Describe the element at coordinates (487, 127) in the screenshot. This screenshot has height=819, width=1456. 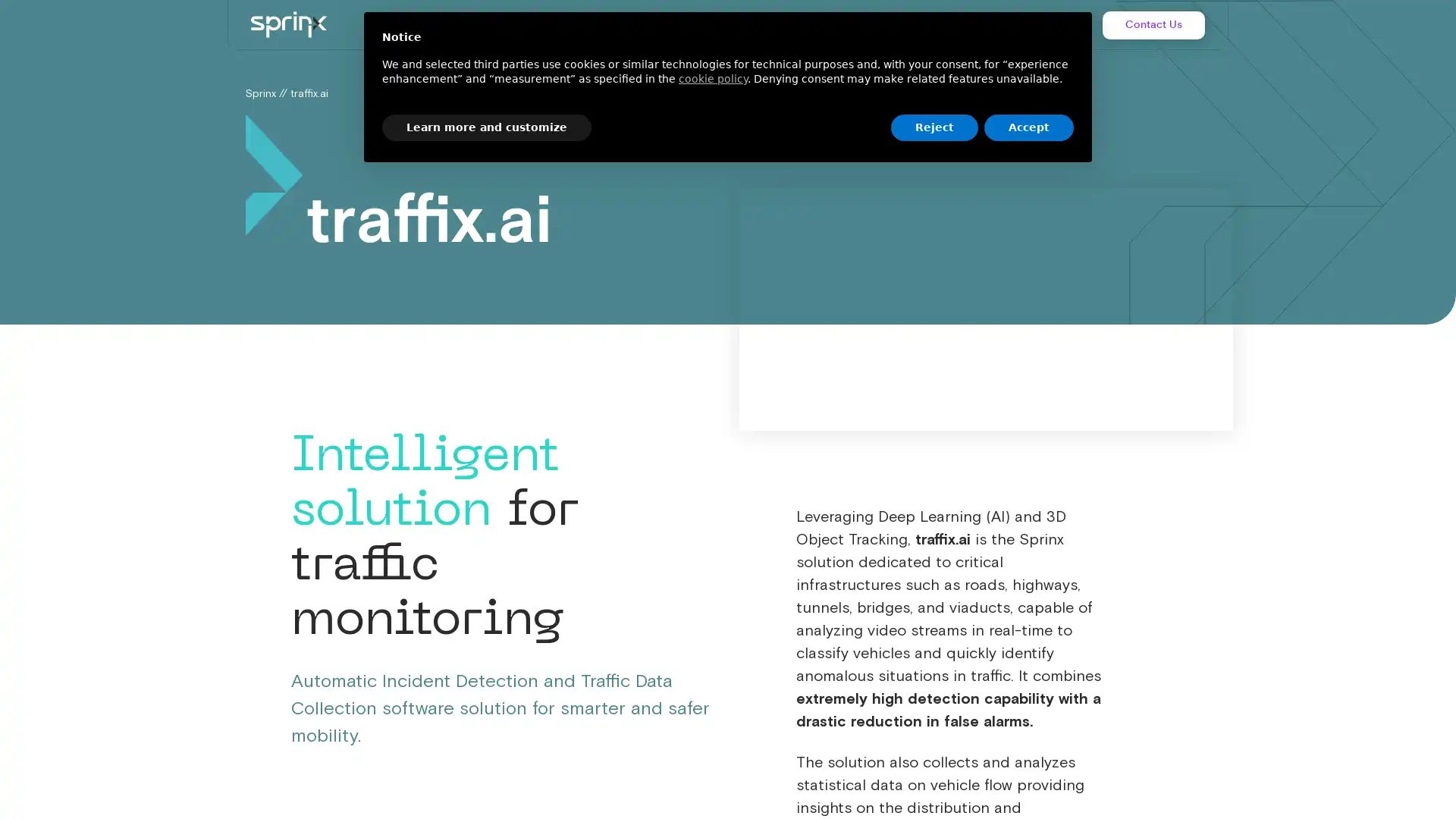
I see `Learn more and customize` at that location.